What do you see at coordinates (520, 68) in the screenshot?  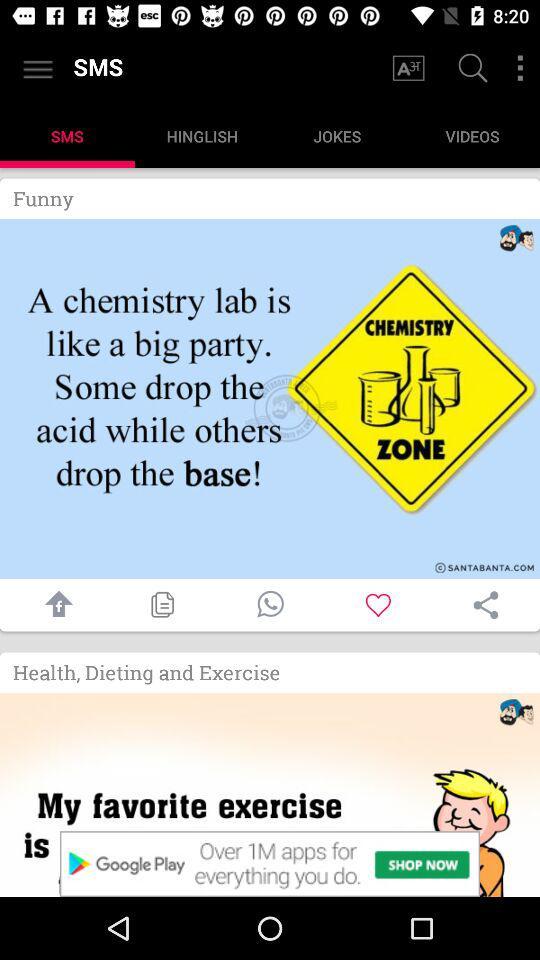 I see `open options` at bounding box center [520, 68].